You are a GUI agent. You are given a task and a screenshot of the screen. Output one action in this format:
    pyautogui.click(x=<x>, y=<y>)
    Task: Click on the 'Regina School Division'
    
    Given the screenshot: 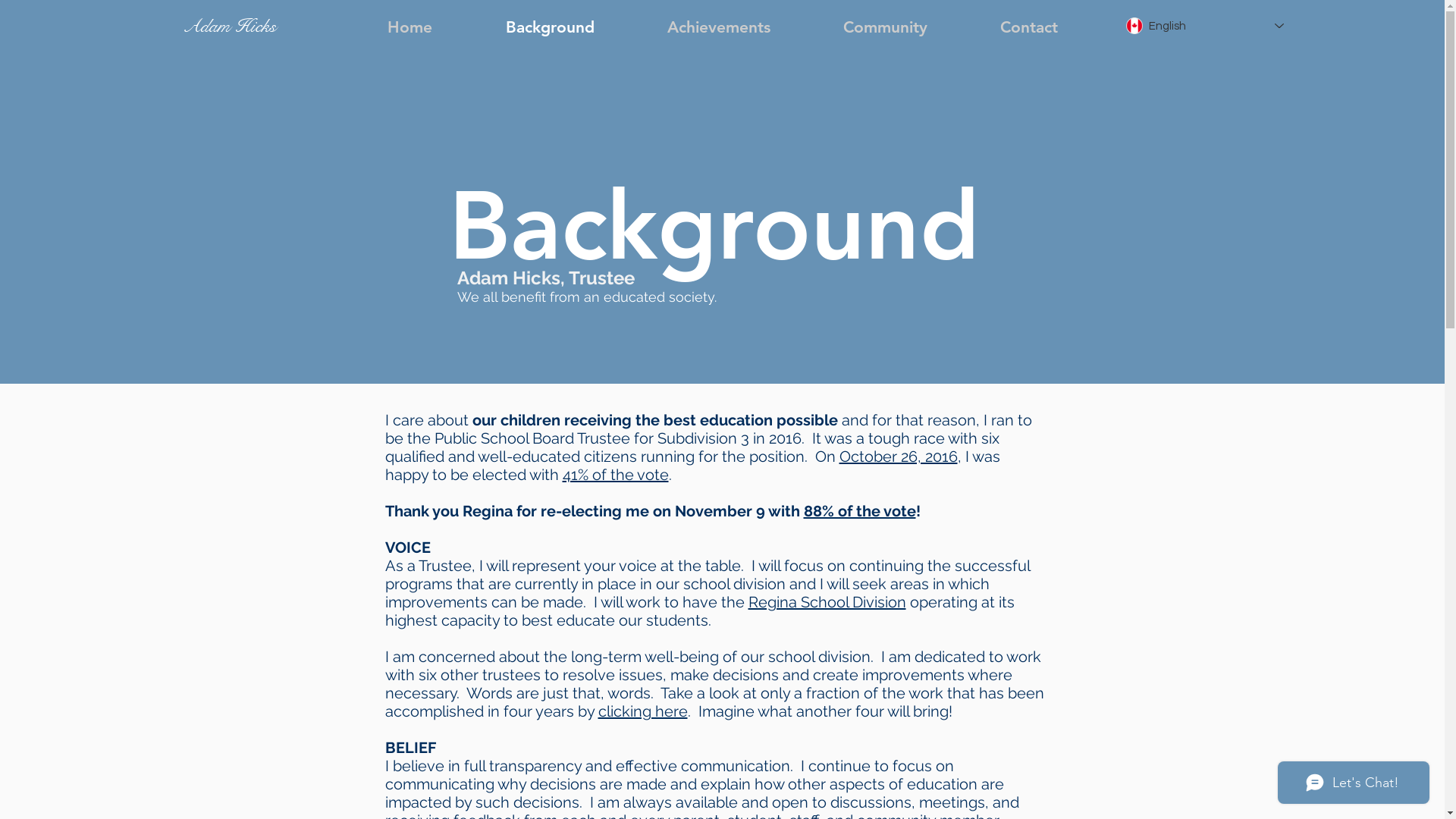 What is the action you would take?
    pyautogui.click(x=825, y=601)
    